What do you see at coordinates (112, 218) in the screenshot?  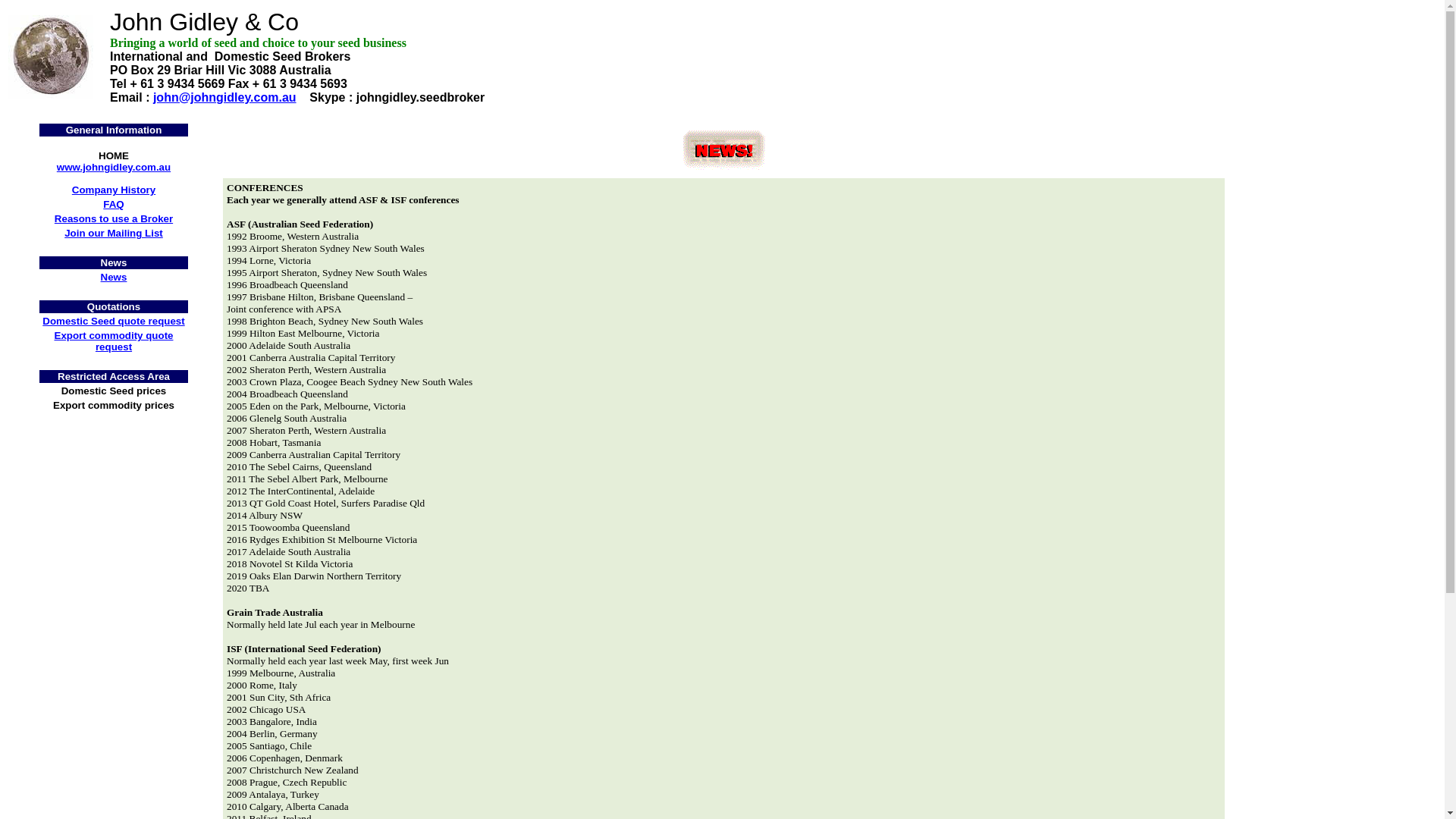 I see `'Reasons to use a Broker'` at bounding box center [112, 218].